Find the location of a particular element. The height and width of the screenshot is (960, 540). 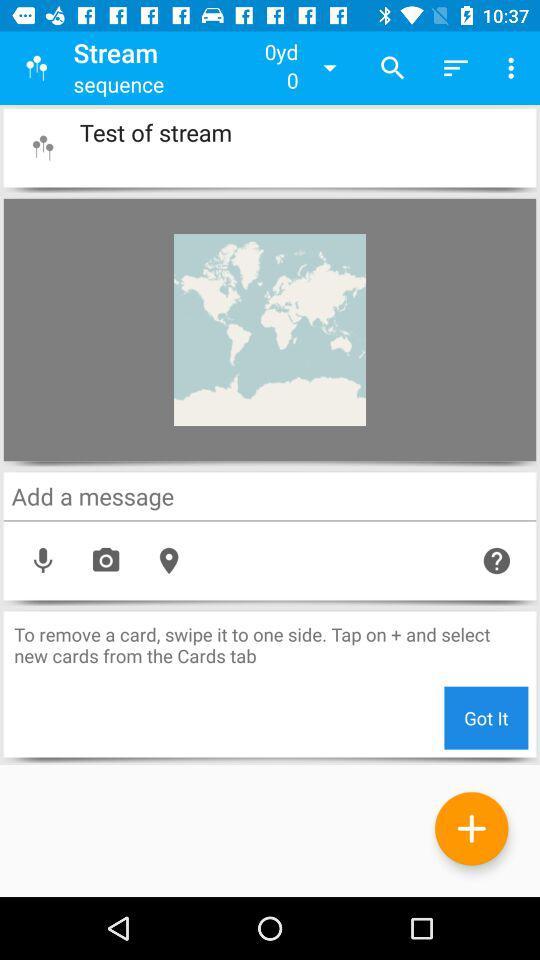

more pages is located at coordinates (471, 828).